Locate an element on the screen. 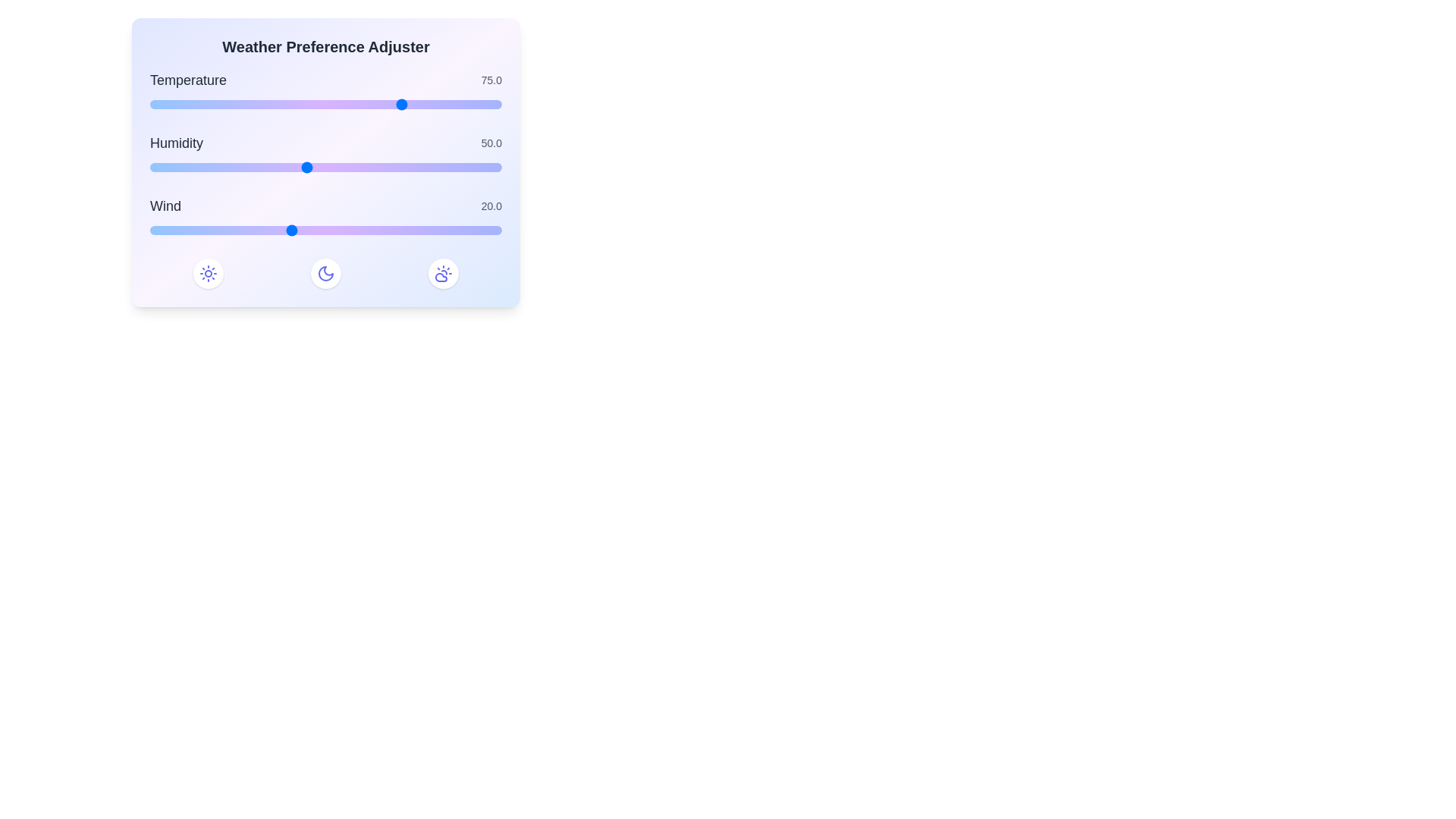 Image resolution: width=1456 pixels, height=819 pixels. the humidity value is located at coordinates (486, 167).